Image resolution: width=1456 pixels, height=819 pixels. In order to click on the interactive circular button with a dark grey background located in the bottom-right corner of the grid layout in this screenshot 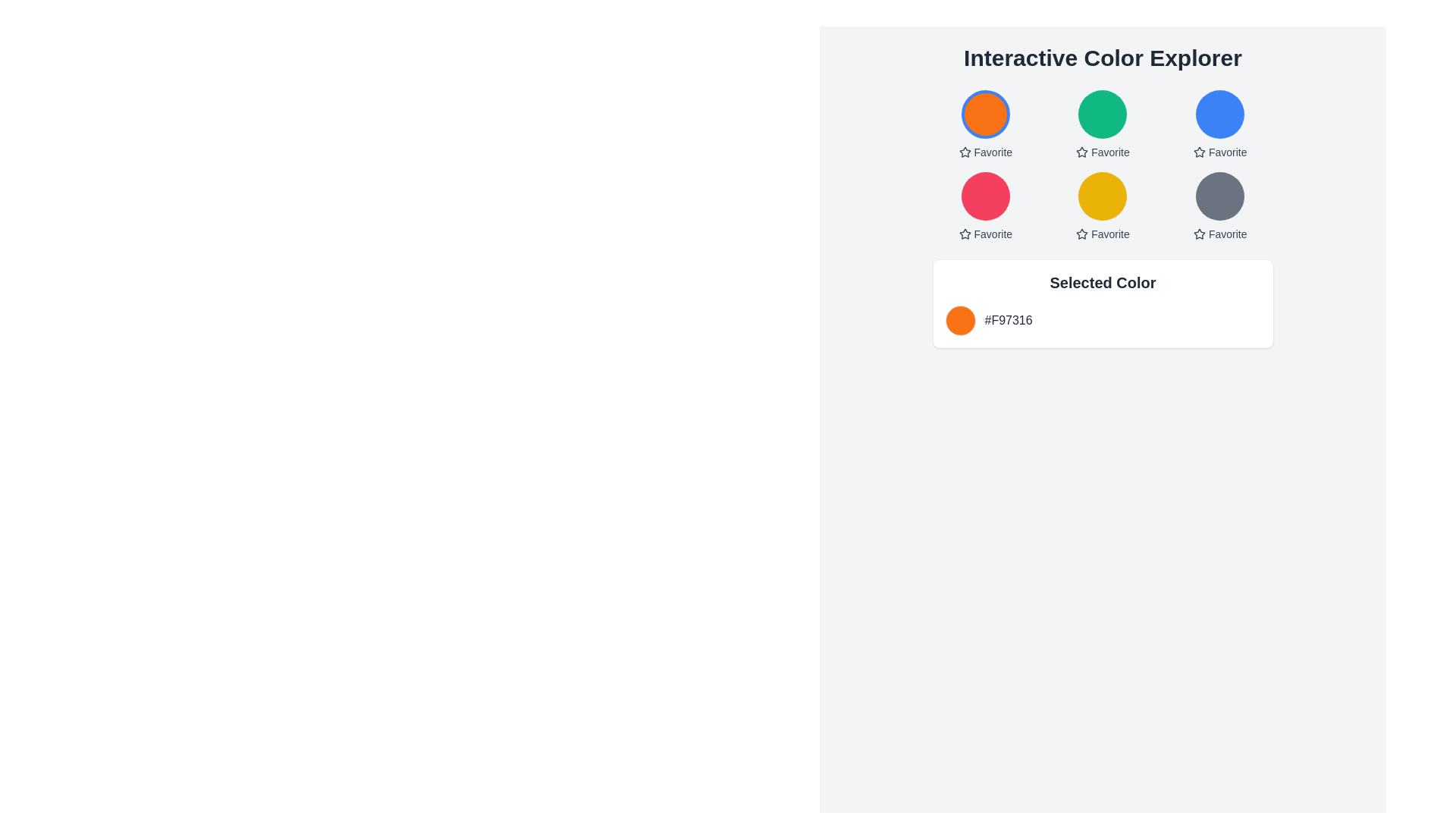, I will do `click(1220, 207)`.